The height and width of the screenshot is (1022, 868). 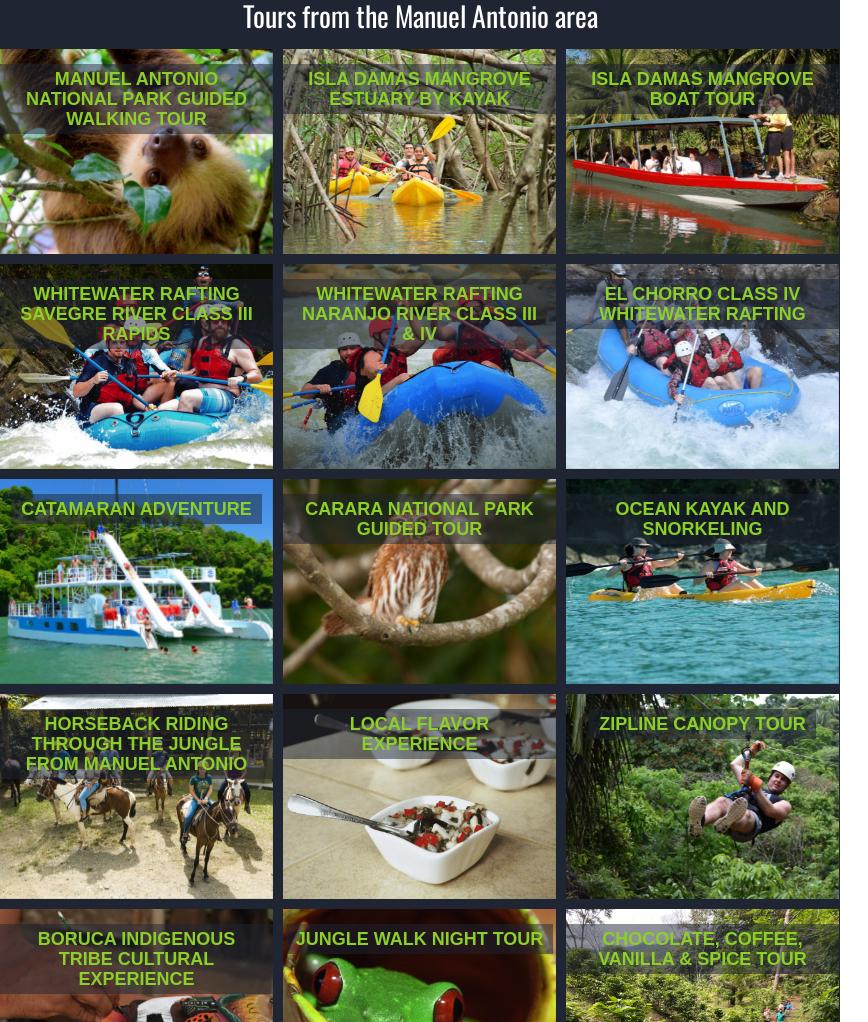 What do you see at coordinates (134, 822) in the screenshot?
I see `'Are you ready to ride horseback through the mountain, surrounded by diverse tropical fauna and local wildlife?'` at bounding box center [134, 822].